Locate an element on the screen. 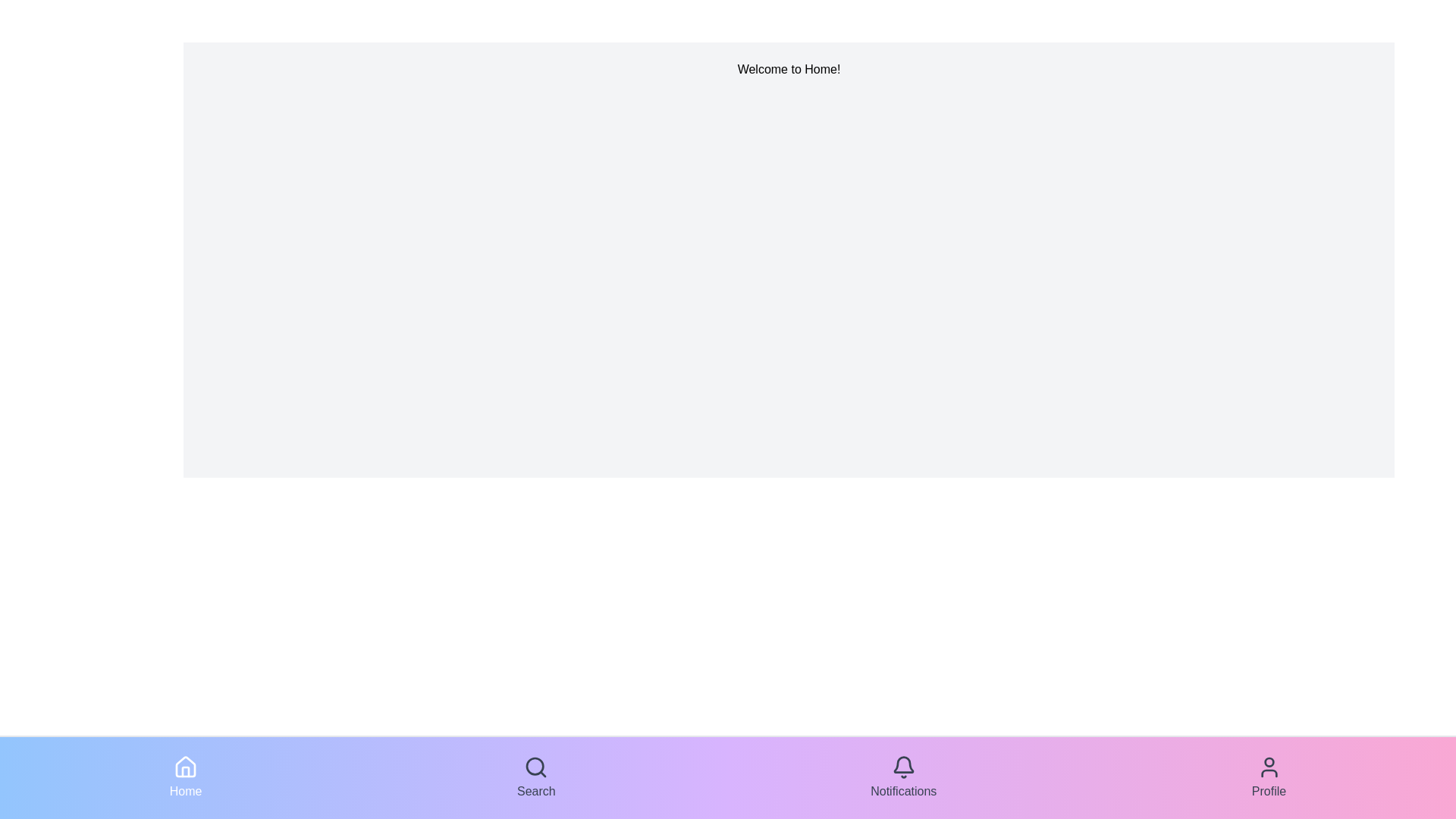  the 'Home' text label in the bottom navigation bar, which is styled in white on a gradient blue to purple background and is located below the home icon is located at coordinates (185, 791).